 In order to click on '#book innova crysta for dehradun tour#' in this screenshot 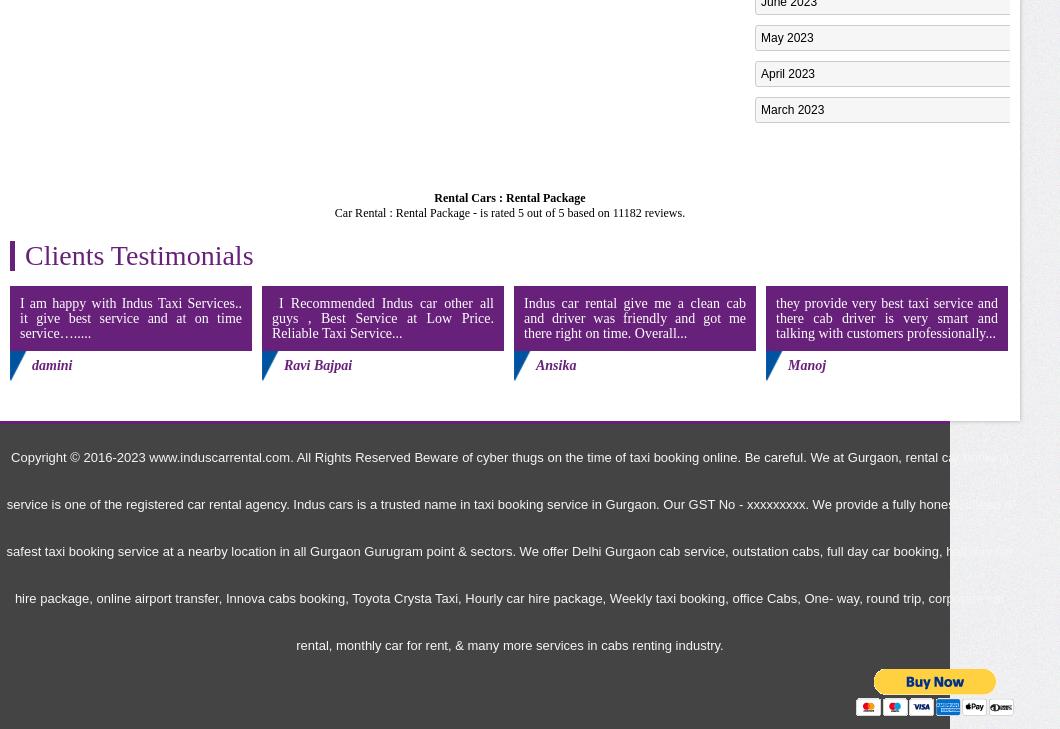, I will do `click(864, 634)`.